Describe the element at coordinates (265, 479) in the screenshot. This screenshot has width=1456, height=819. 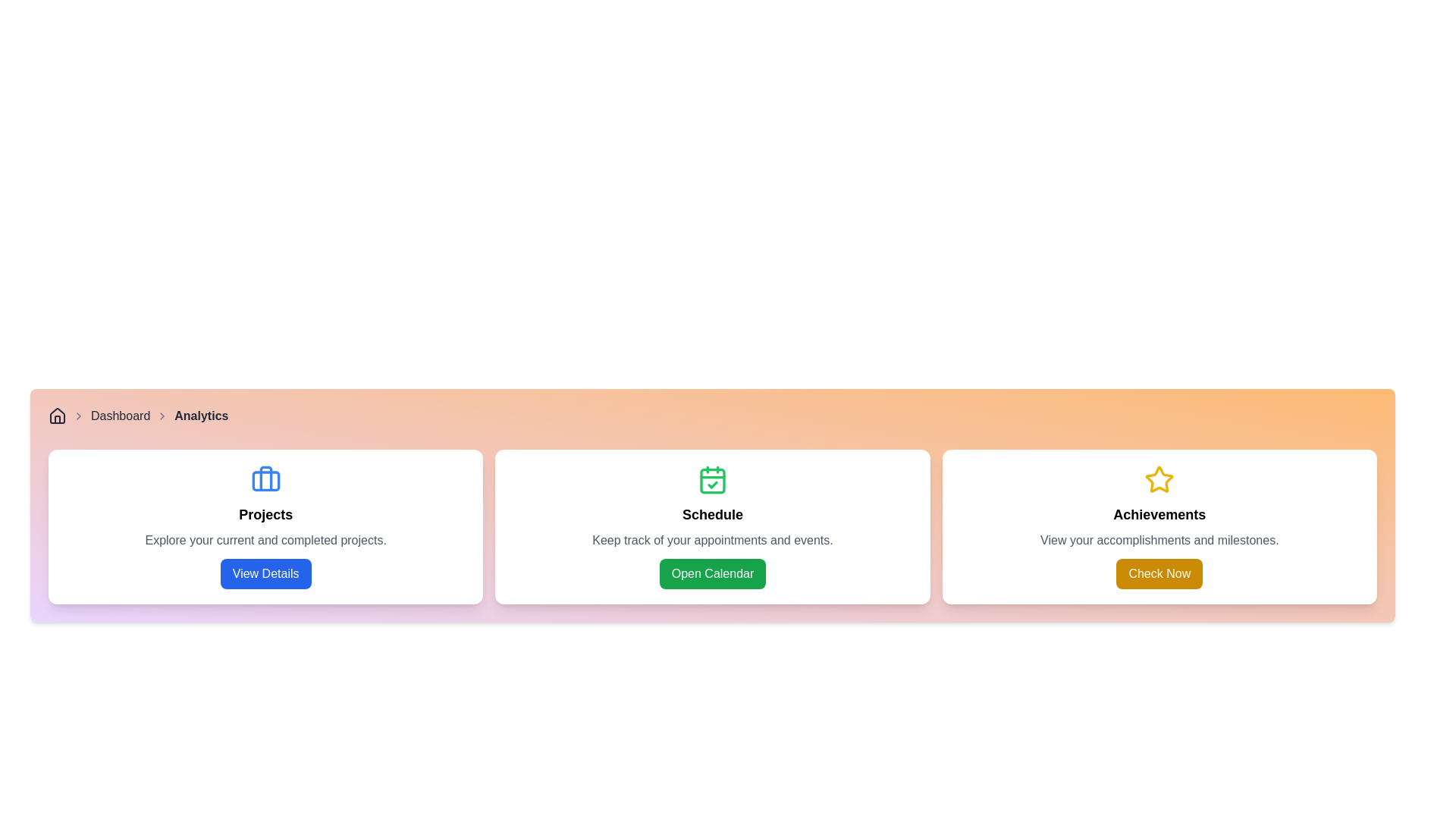
I see `the blue briefcase icon located in the 'Projects' card, positioned above the text 'Projects'` at that location.